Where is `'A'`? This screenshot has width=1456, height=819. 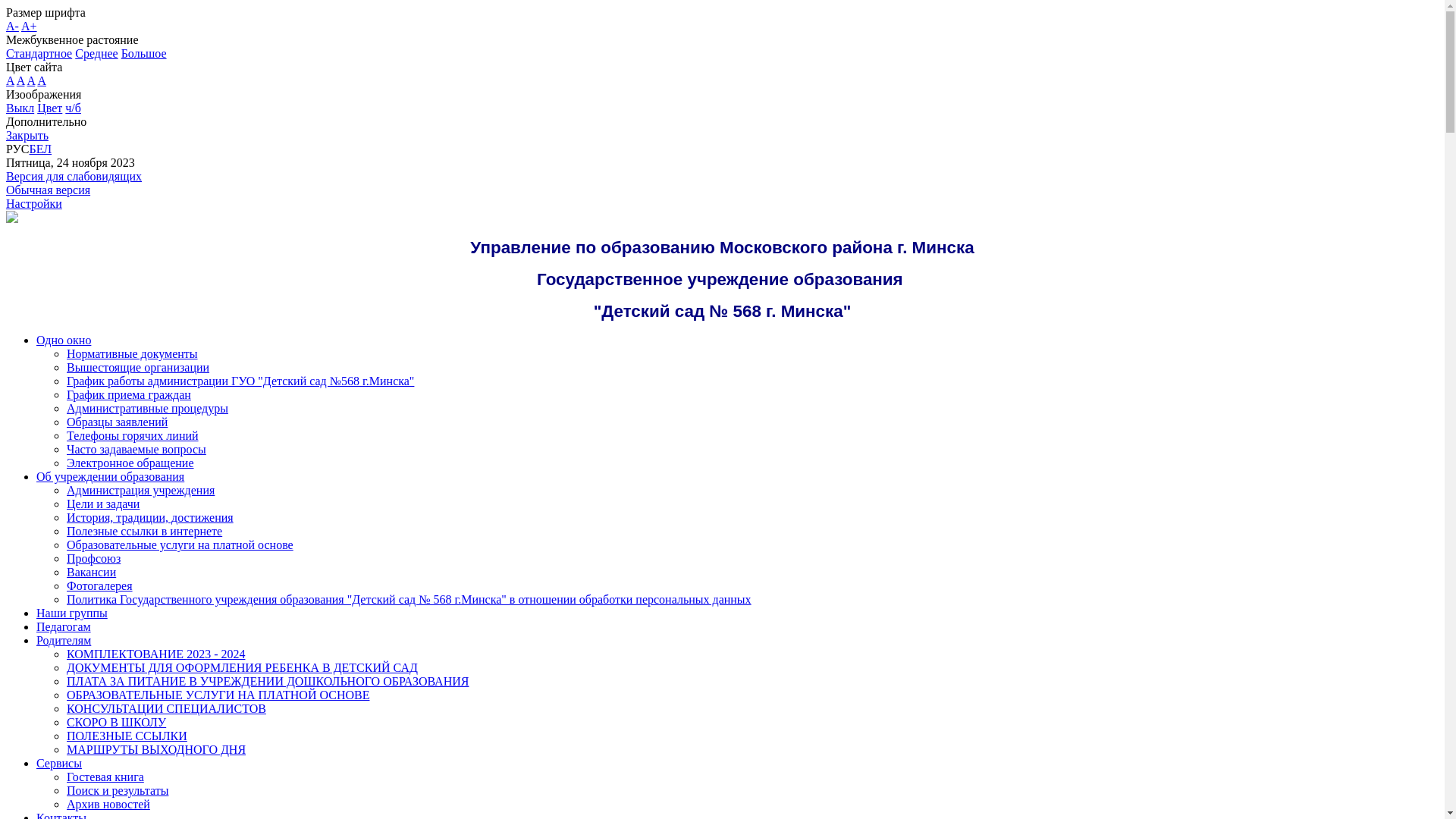
'A' is located at coordinates (27, 80).